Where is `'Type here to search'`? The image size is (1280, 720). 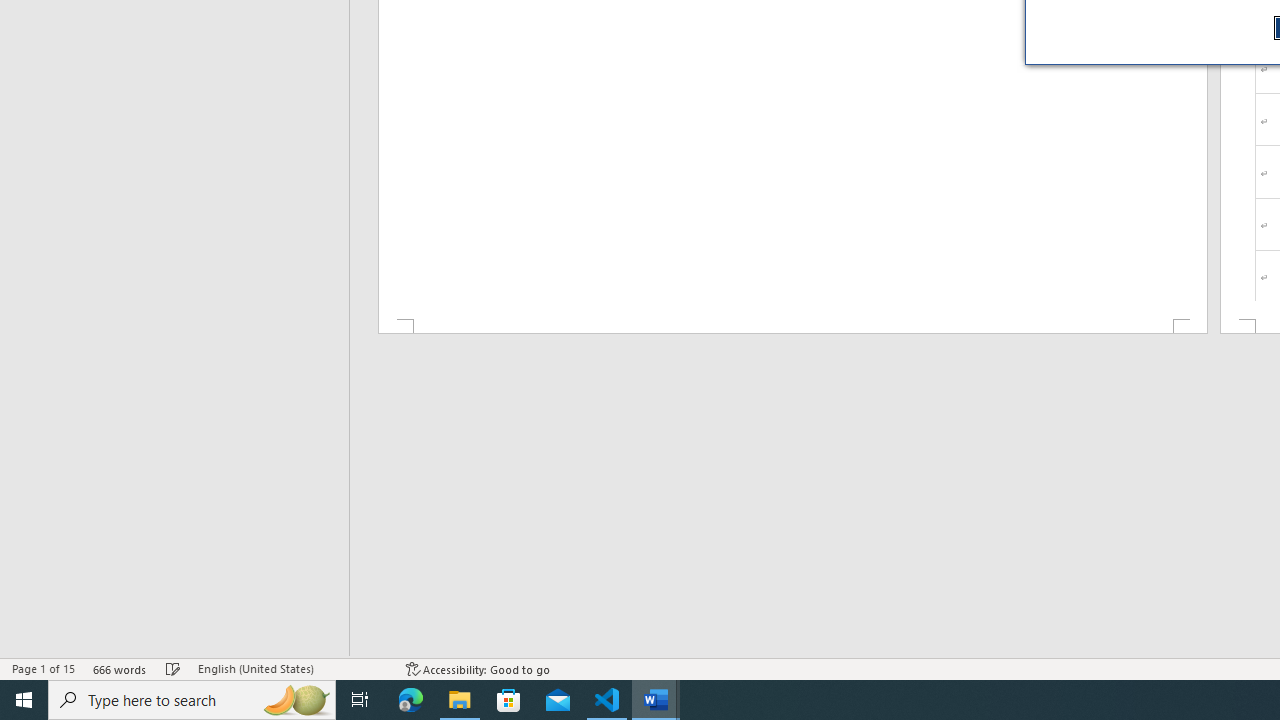
'Type here to search' is located at coordinates (192, 698).